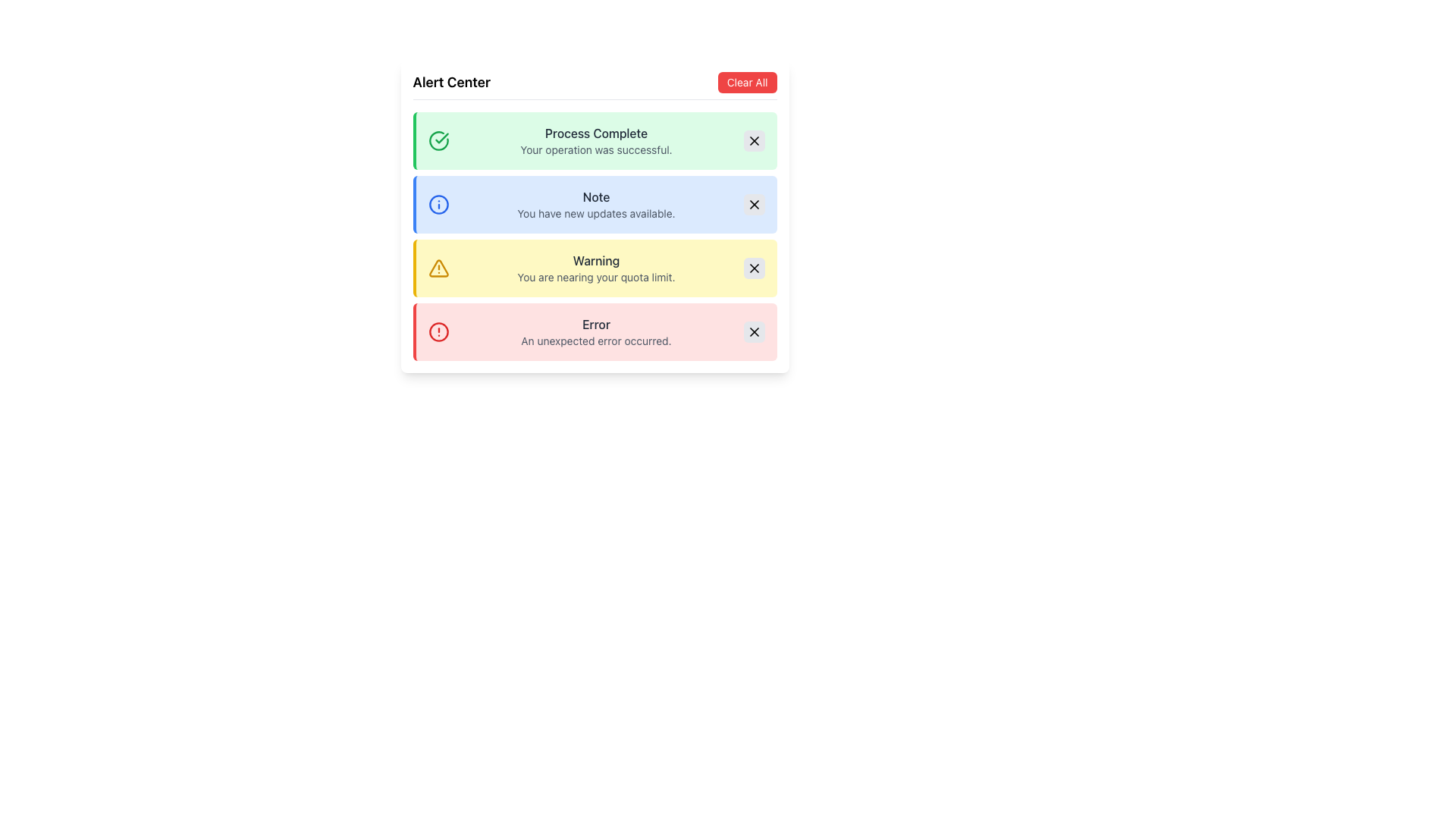 This screenshot has width=1456, height=819. Describe the element at coordinates (438, 268) in the screenshot. I see `the yellow triangle outline icon with an exclamation mark, located inside the 'Warning' notification card, which is the third card in the vertical list of alert cards` at that location.